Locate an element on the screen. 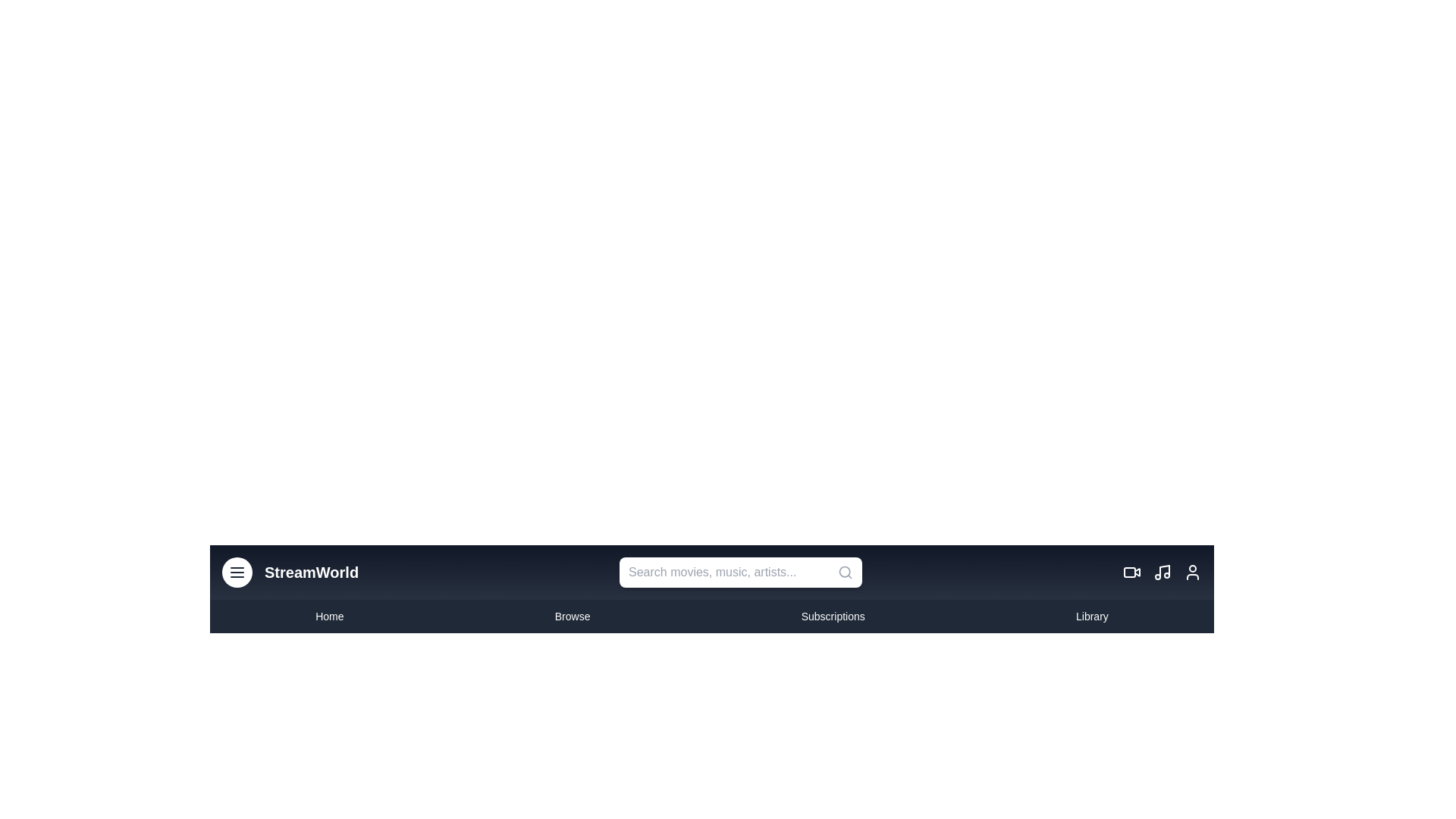  the music icon to access music-related features is located at coordinates (1161, 573).